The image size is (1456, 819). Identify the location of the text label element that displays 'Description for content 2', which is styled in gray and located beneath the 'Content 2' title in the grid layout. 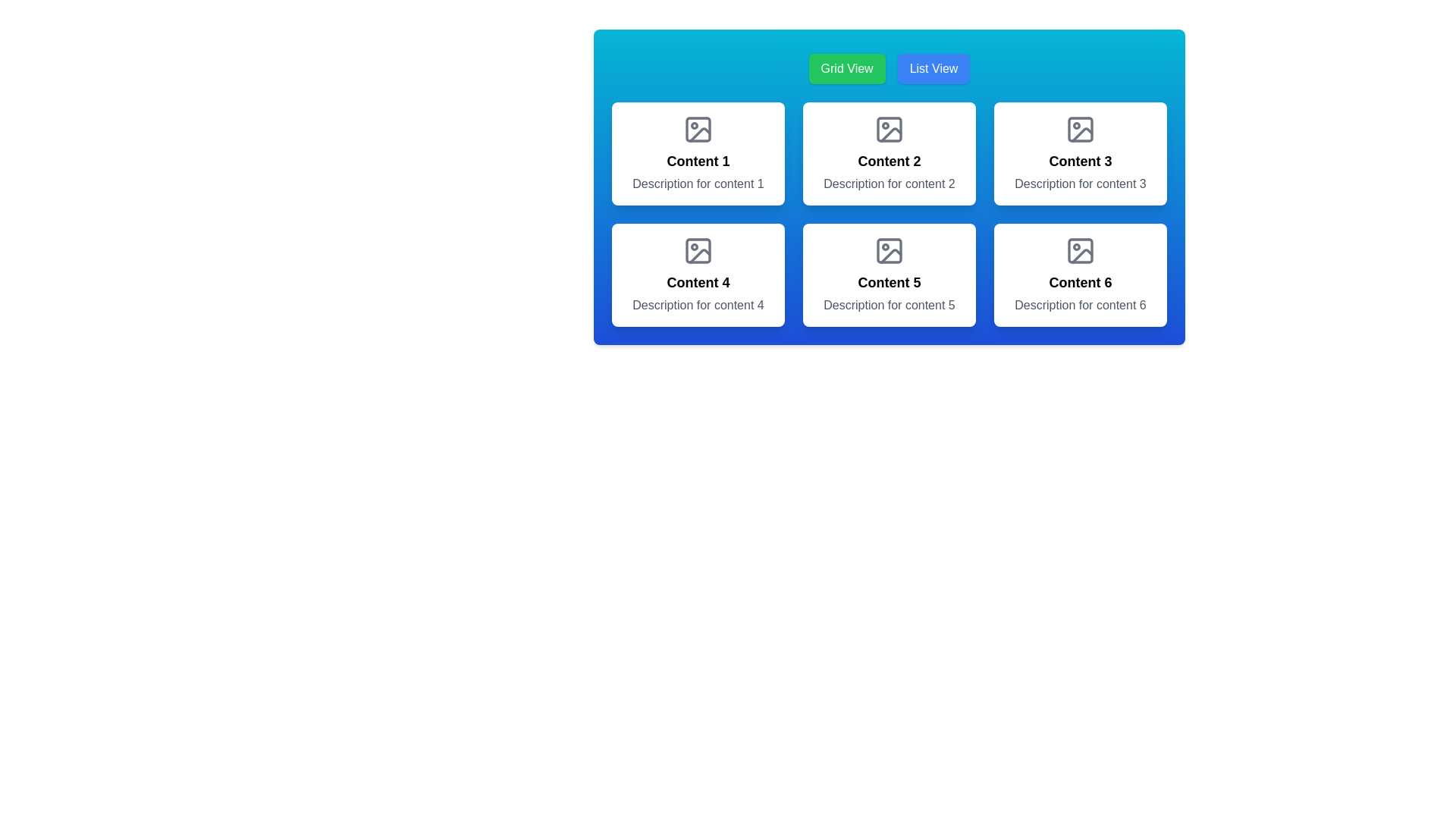
(889, 184).